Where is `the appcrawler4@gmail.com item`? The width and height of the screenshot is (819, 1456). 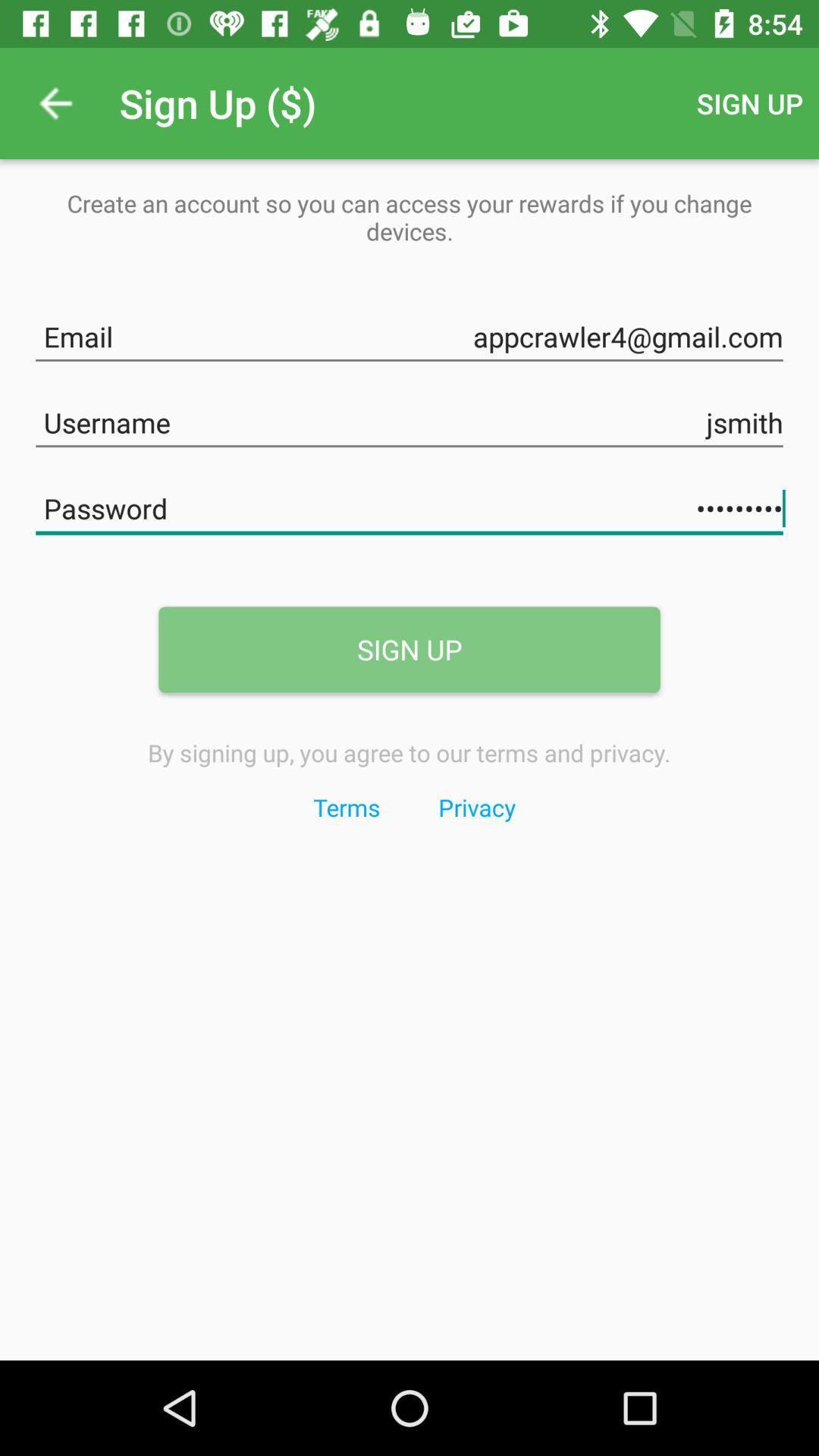
the appcrawler4@gmail.com item is located at coordinates (409, 333).